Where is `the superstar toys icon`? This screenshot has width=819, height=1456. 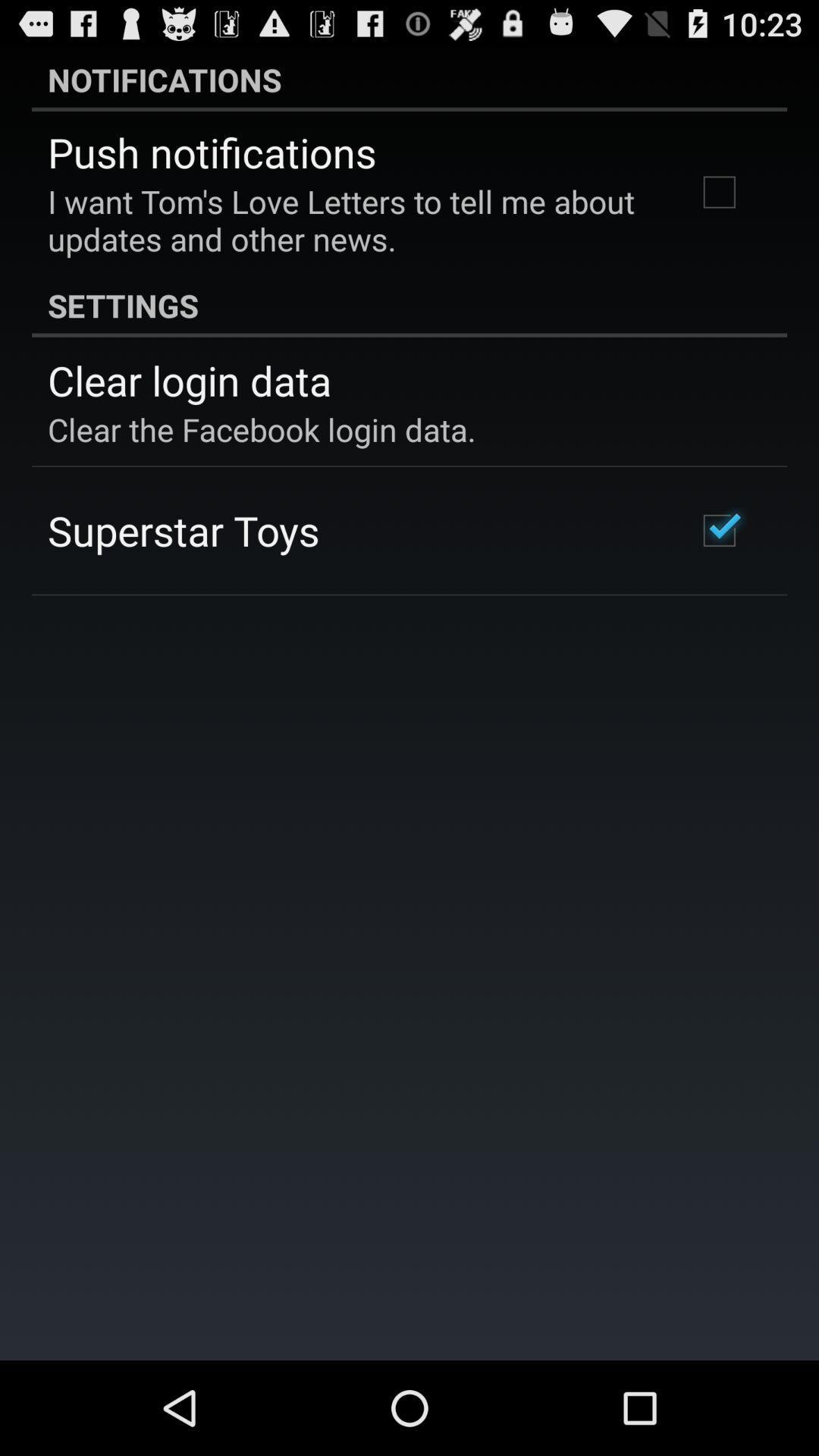 the superstar toys icon is located at coordinates (183, 530).